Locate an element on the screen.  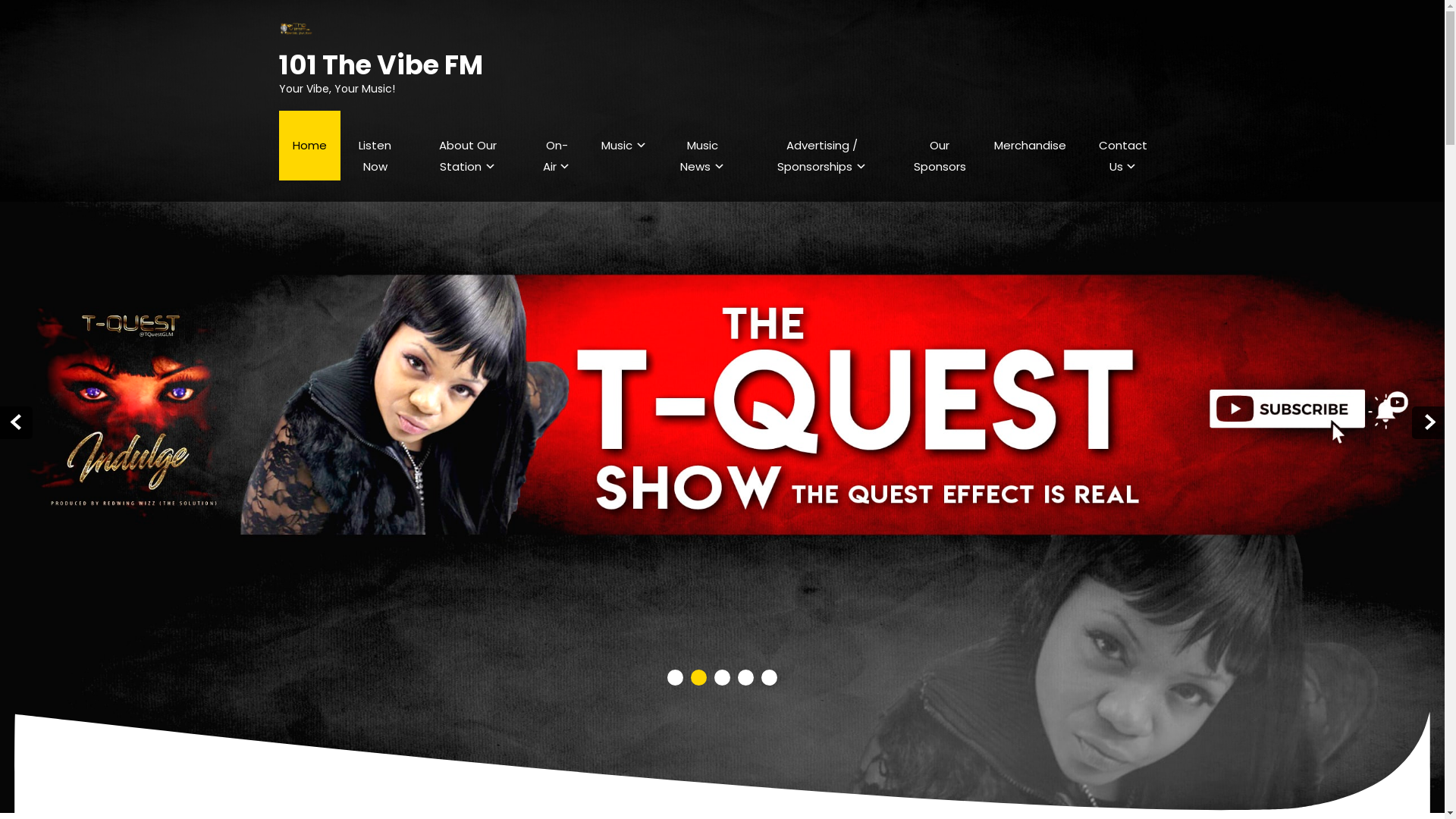
'4' is located at coordinates (745, 676).